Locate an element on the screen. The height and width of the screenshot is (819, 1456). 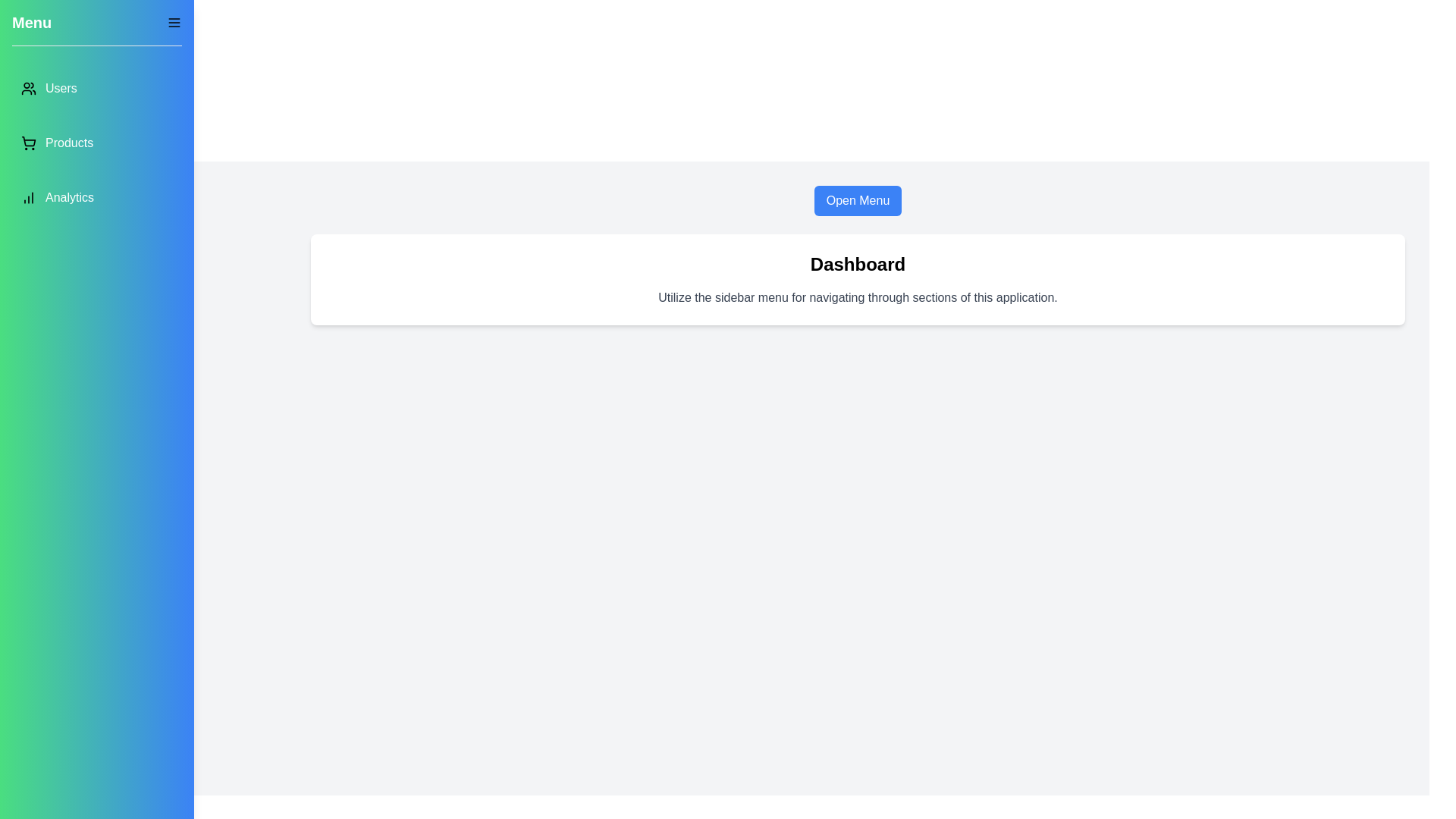
the menu item labeled Users to navigate to the respective section is located at coordinates (96, 88).